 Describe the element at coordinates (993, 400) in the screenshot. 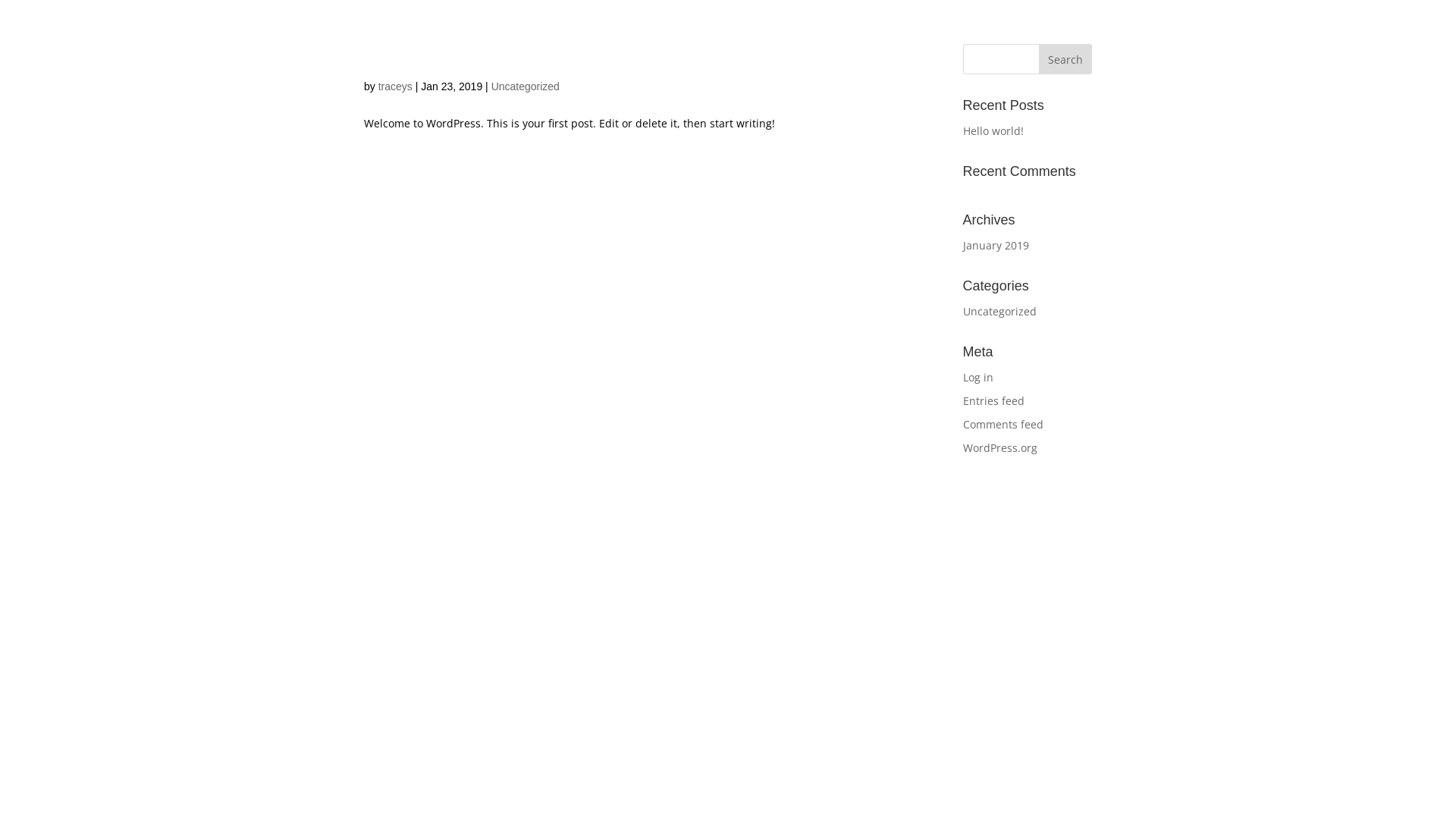

I see `'Entries feed'` at that location.